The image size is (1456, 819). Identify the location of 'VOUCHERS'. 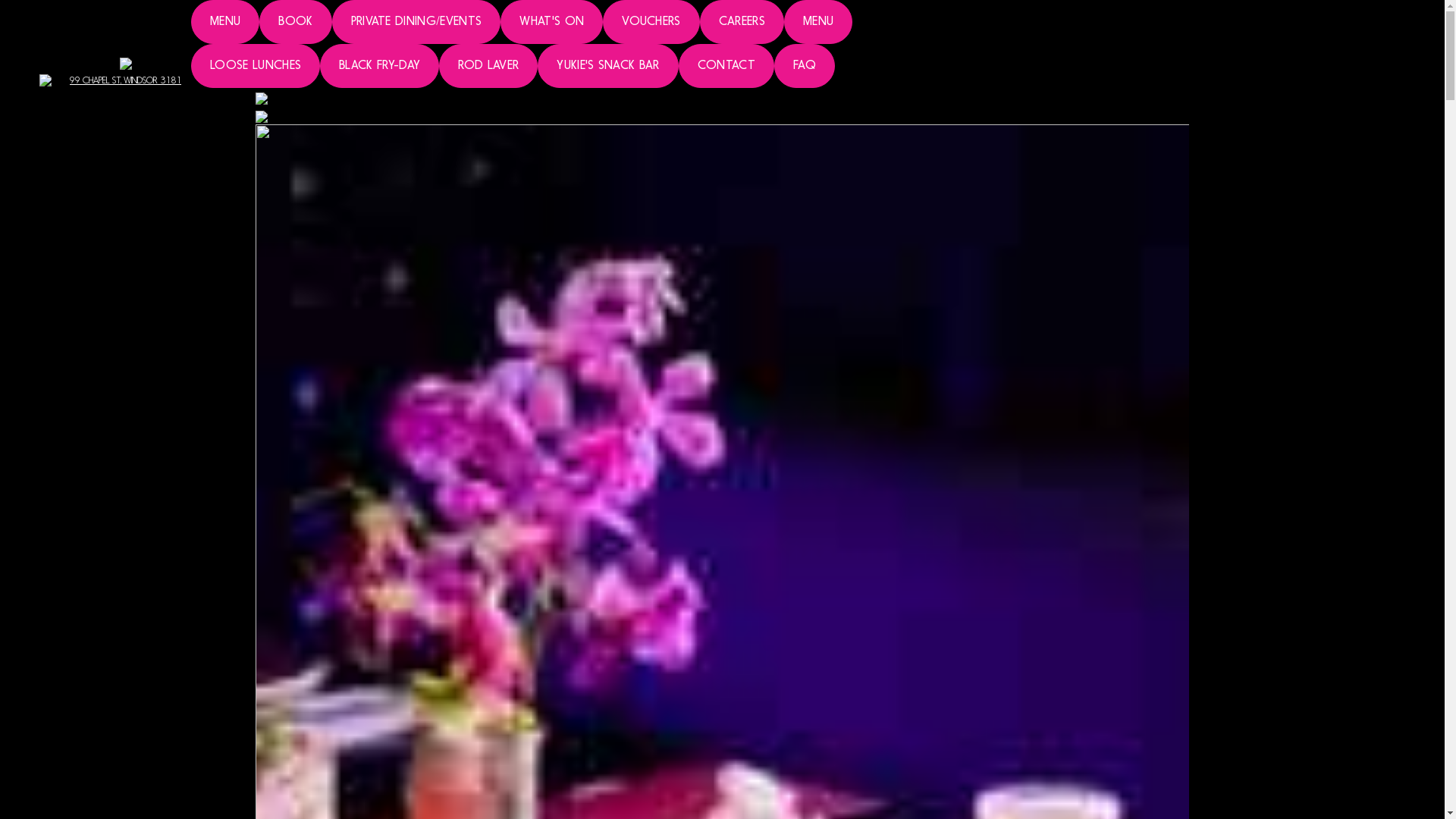
(651, 22).